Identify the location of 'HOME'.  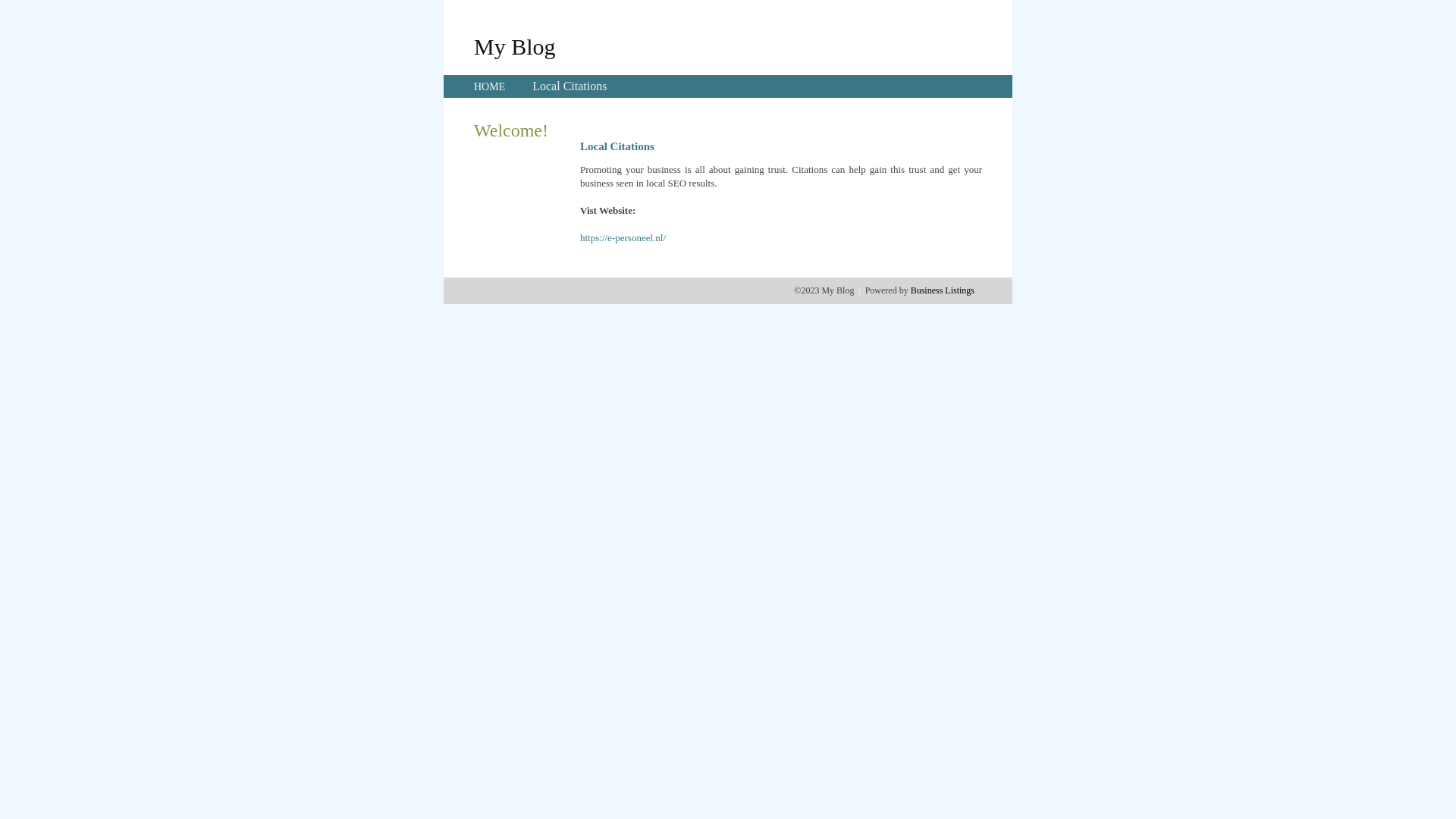
(489, 86).